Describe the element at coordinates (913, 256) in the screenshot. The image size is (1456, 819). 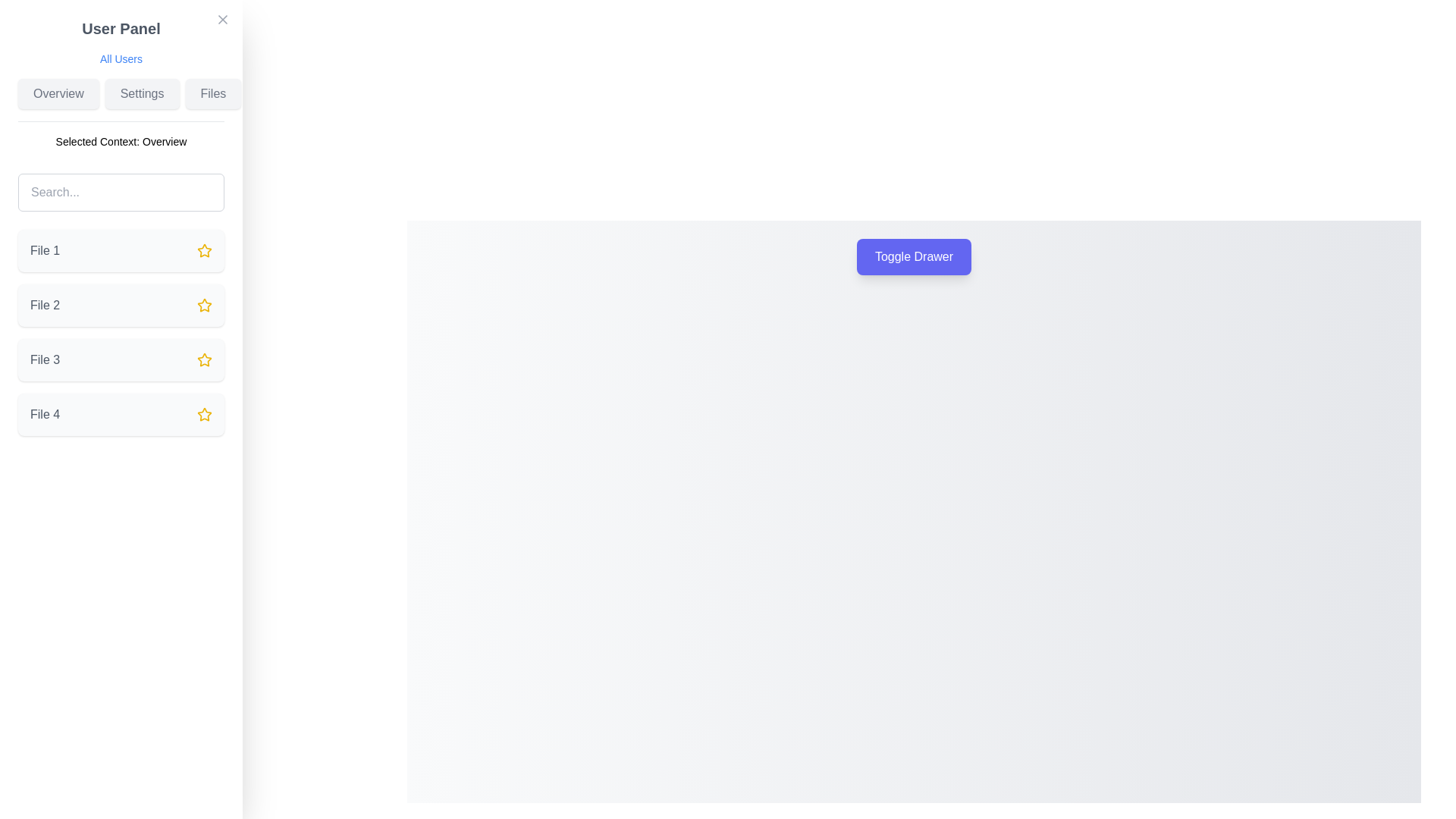
I see `the 'Toggle Drawer' button with a purple background and white text for keyboard interactions` at that location.